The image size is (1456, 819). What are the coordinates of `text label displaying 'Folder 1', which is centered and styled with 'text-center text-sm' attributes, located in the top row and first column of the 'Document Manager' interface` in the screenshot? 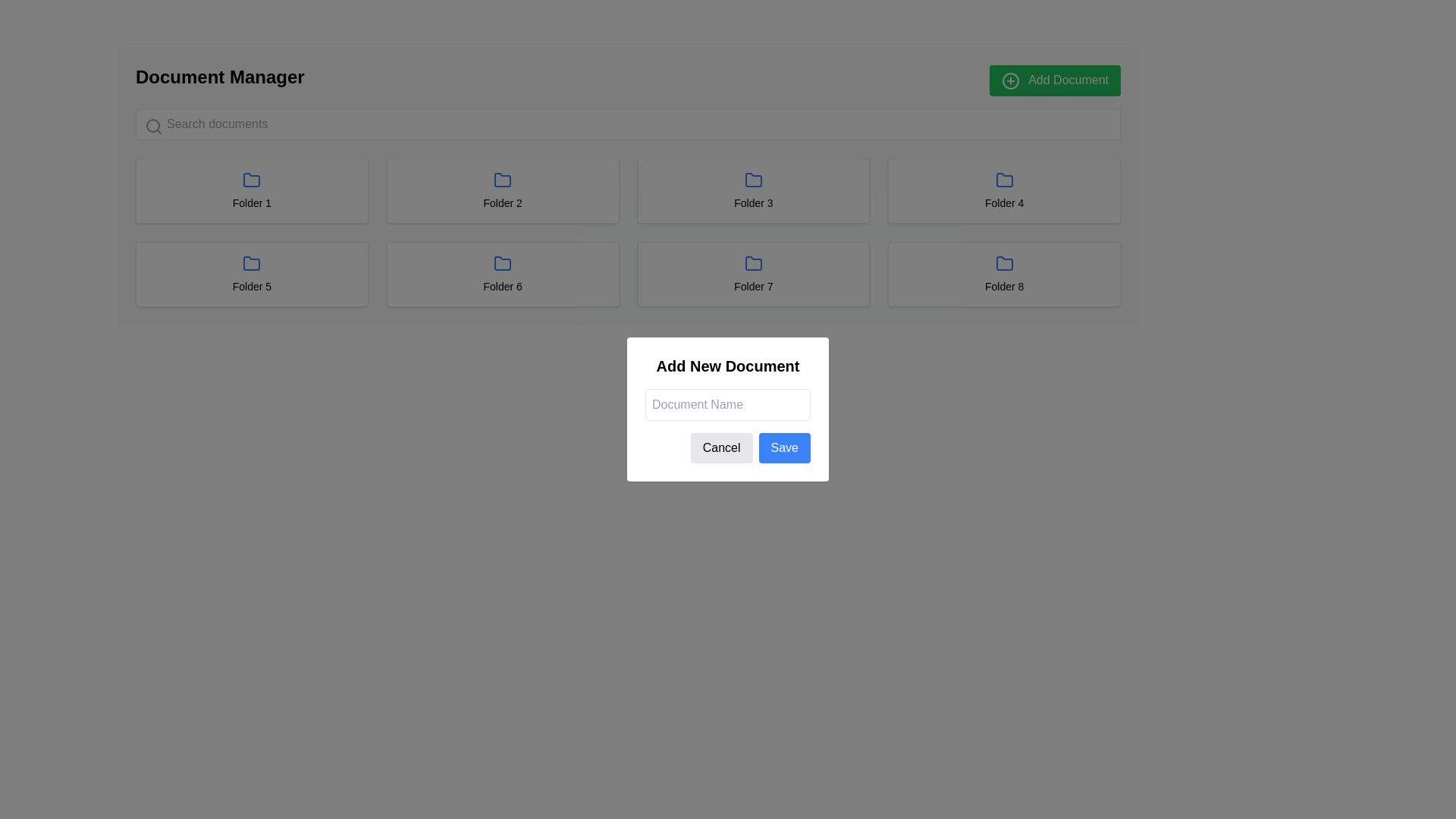 It's located at (252, 202).